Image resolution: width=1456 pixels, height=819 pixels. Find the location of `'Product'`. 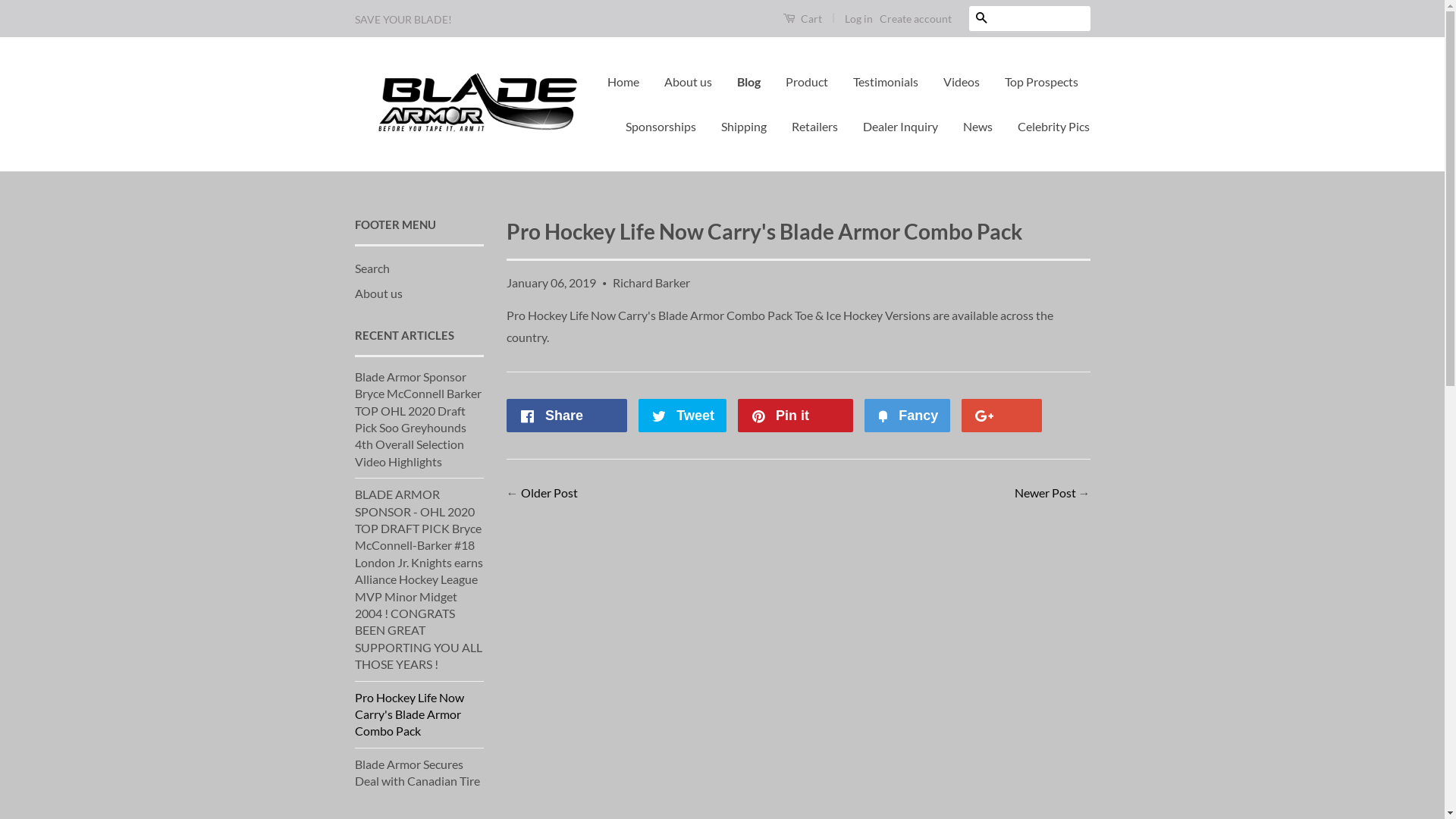

'Product' is located at coordinates (806, 82).